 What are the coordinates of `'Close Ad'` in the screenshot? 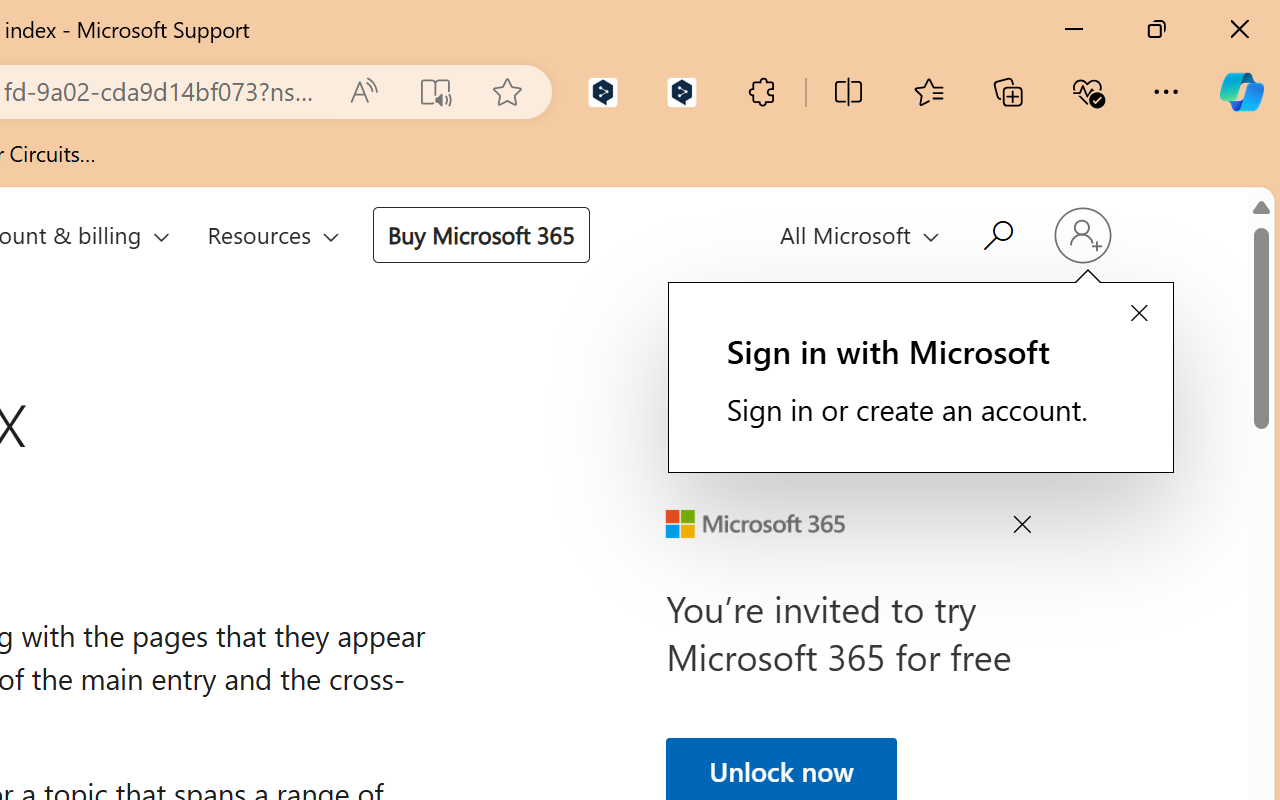 It's located at (1022, 527).